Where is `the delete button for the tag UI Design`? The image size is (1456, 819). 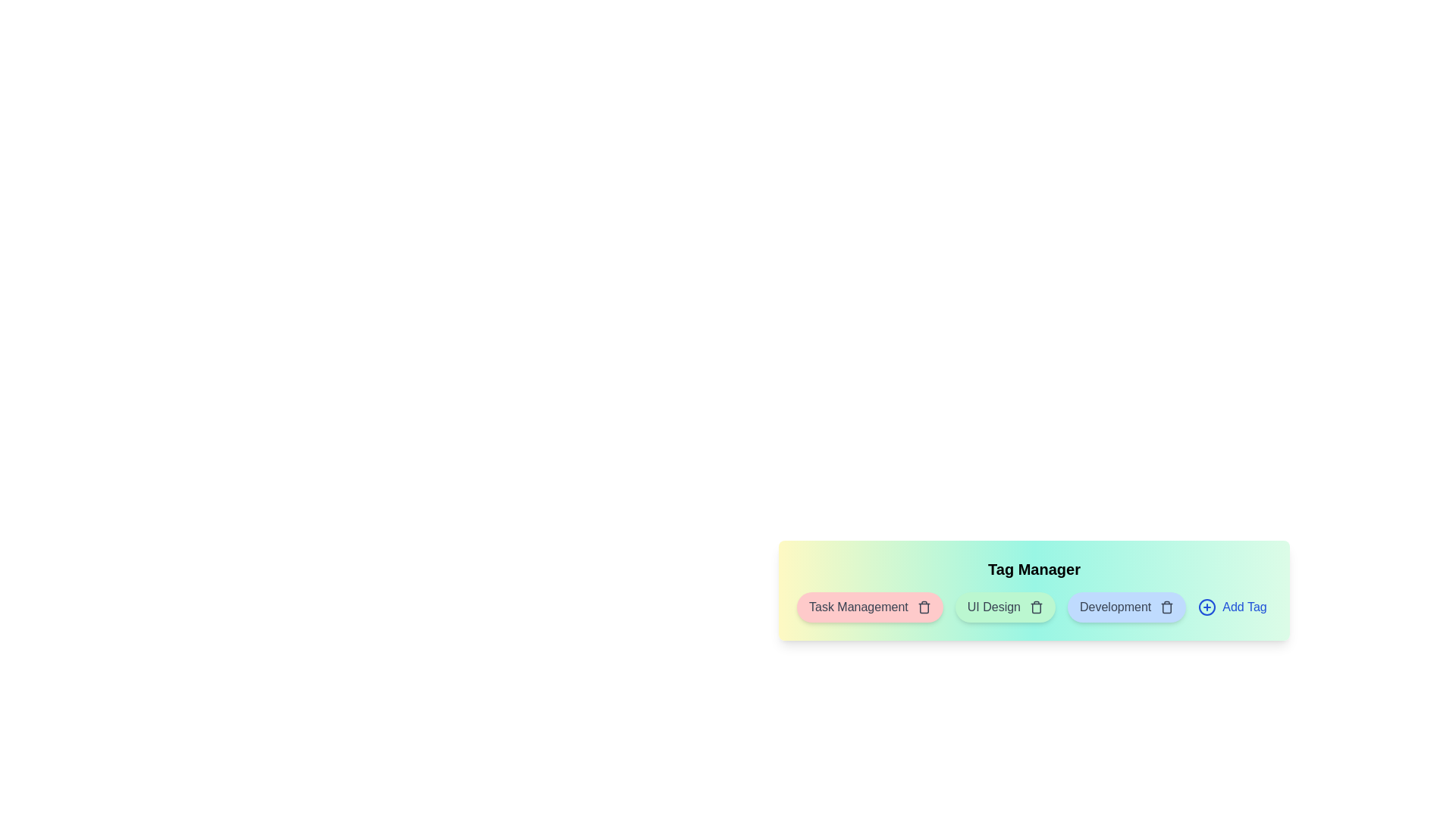
the delete button for the tag UI Design is located at coordinates (1036, 607).